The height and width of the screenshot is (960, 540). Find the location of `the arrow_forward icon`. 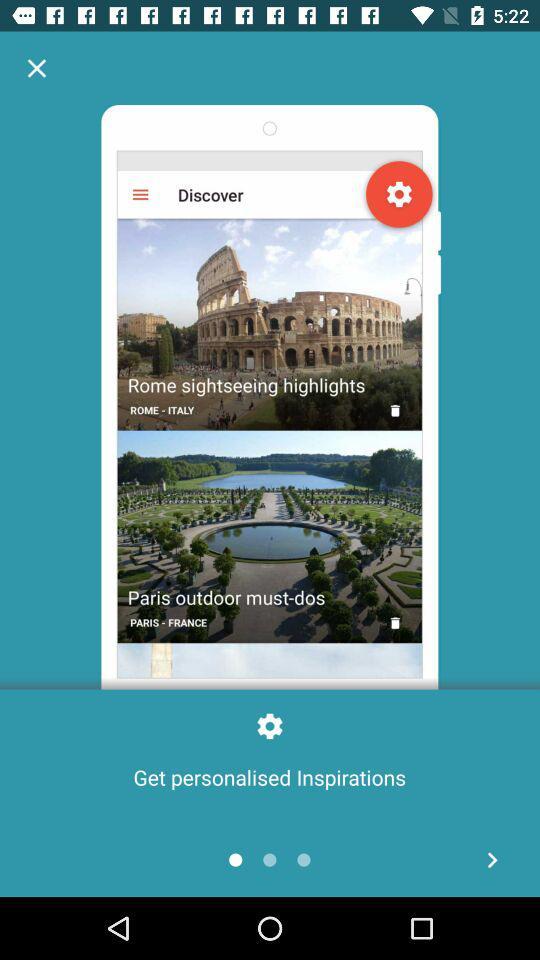

the arrow_forward icon is located at coordinates (491, 859).